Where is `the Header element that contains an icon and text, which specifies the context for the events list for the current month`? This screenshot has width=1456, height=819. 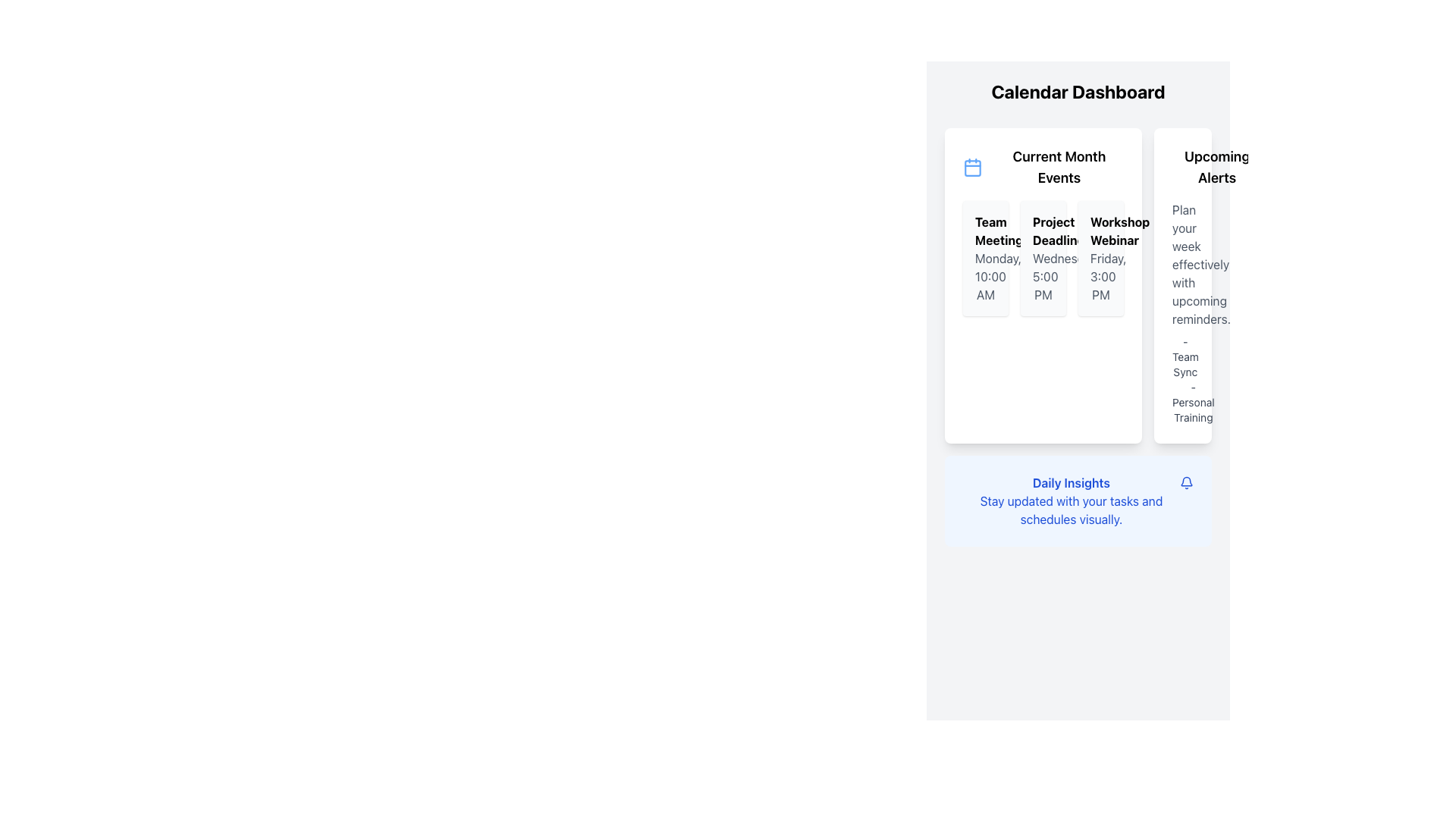
the Header element that contains an icon and text, which specifies the context for the events list for the current month is located at coordinates (1043, 167).